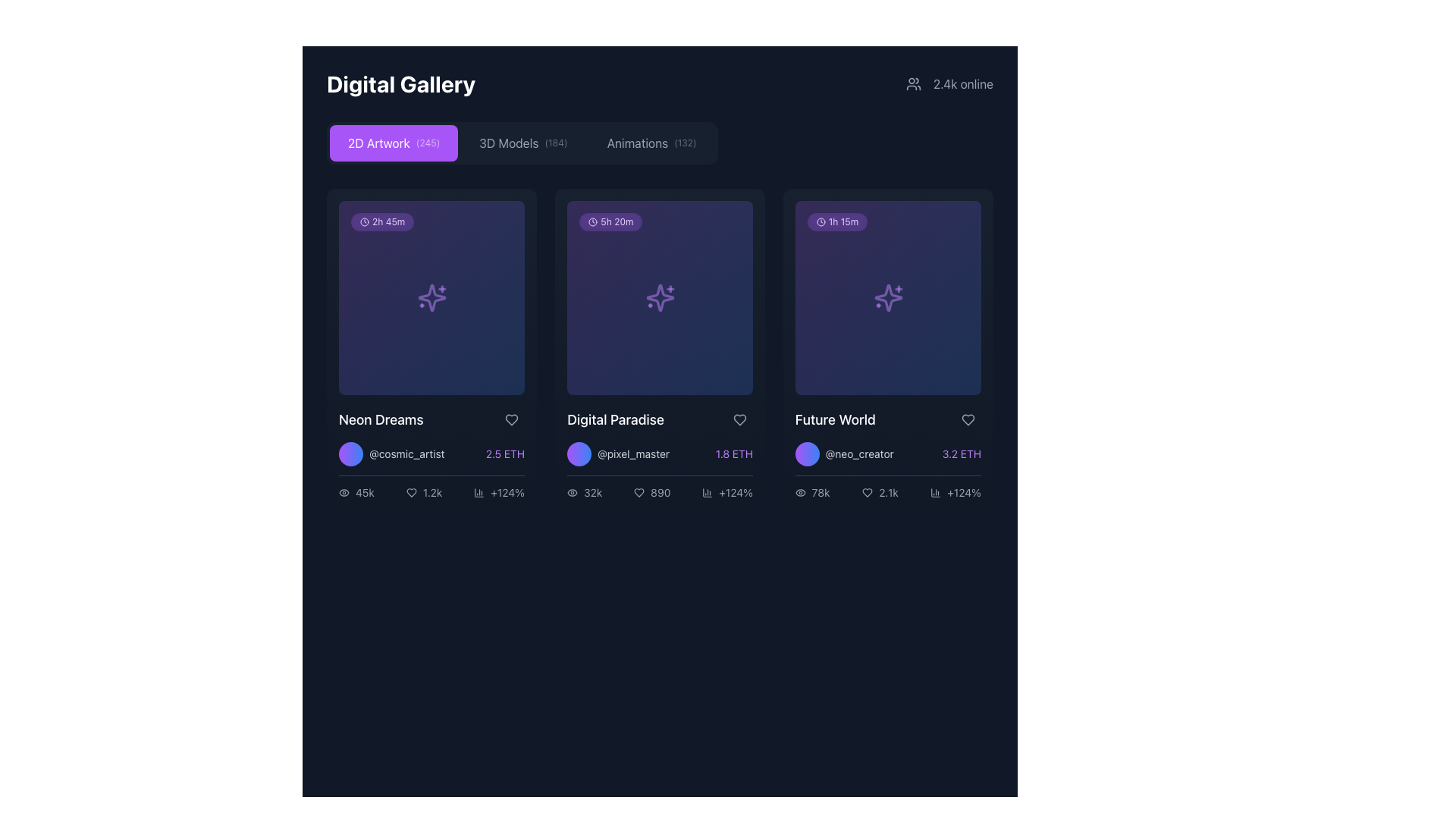 Image resolution: width=1456 pixels, height=819 pixels. Describe the element at coordinates (411, 493) in the screenshot. I see `the heart-shaped icon` at that location.